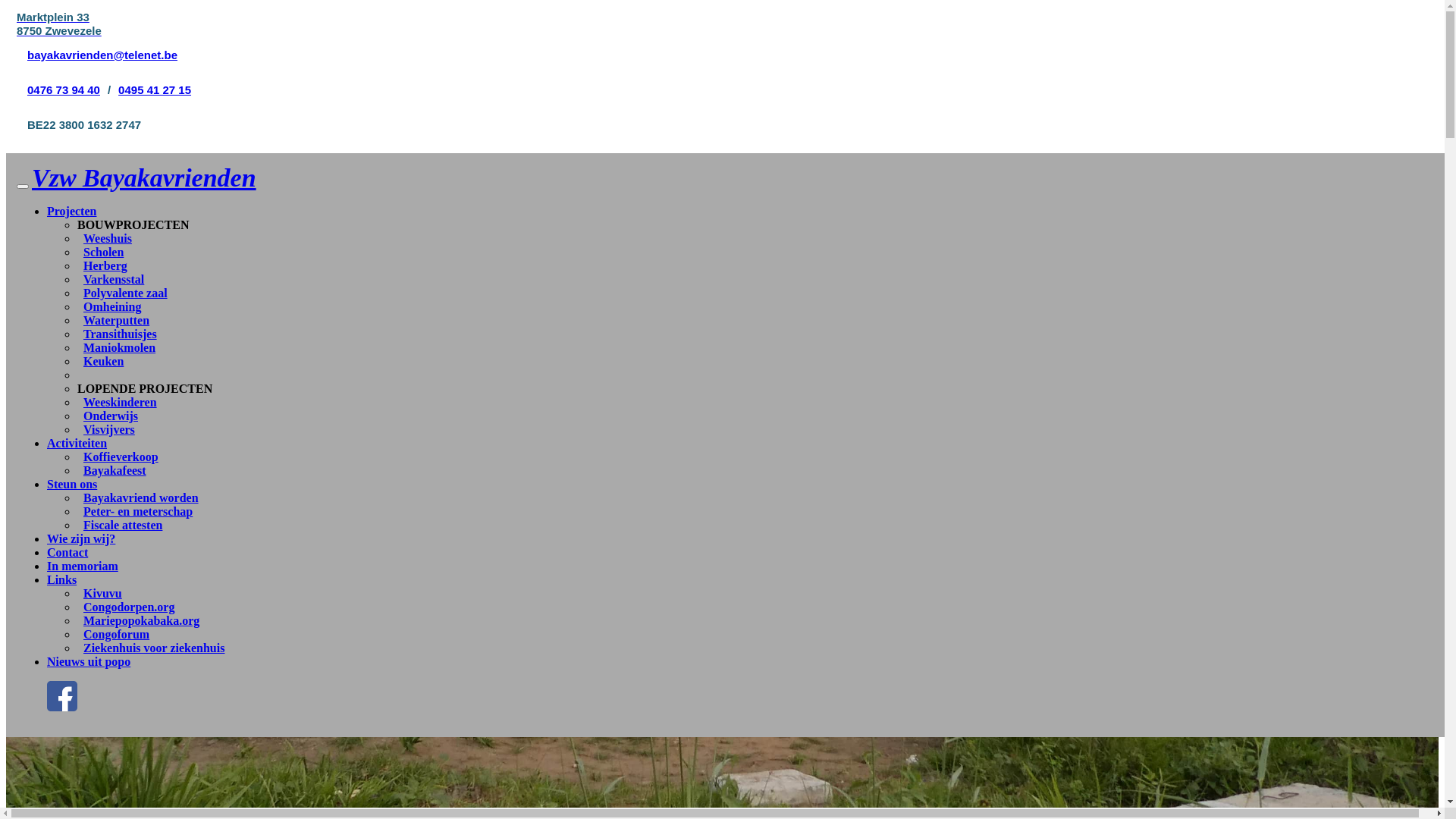  Describe the element at coordinates (112, 634) in the screenshot. I see `'Congoforum'` at that location.